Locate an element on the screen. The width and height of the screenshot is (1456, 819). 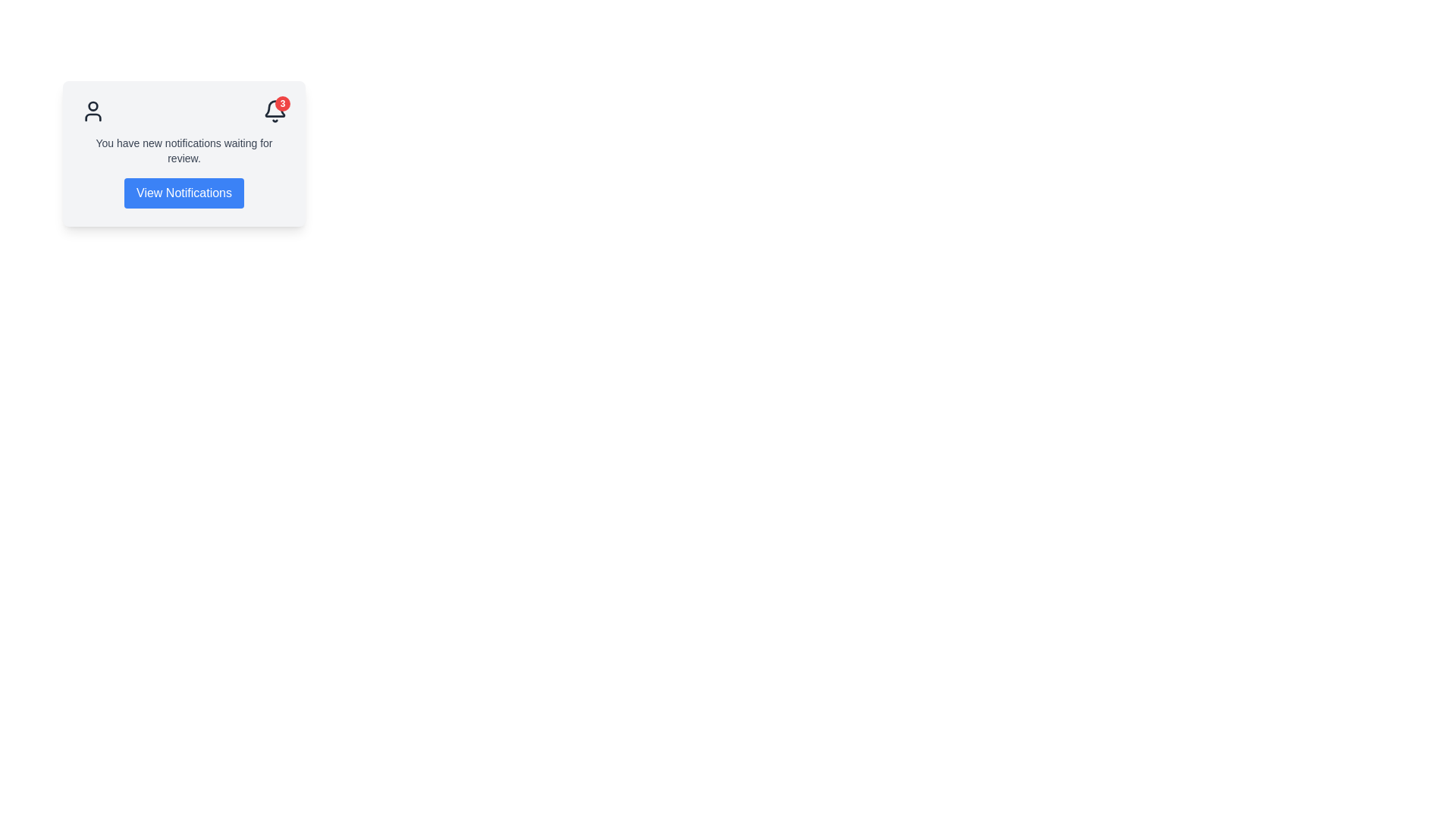
the user icon, which is a black outline SVG icon resembling a person, located at the top left of the notification card is located at coordinates (93, 110).